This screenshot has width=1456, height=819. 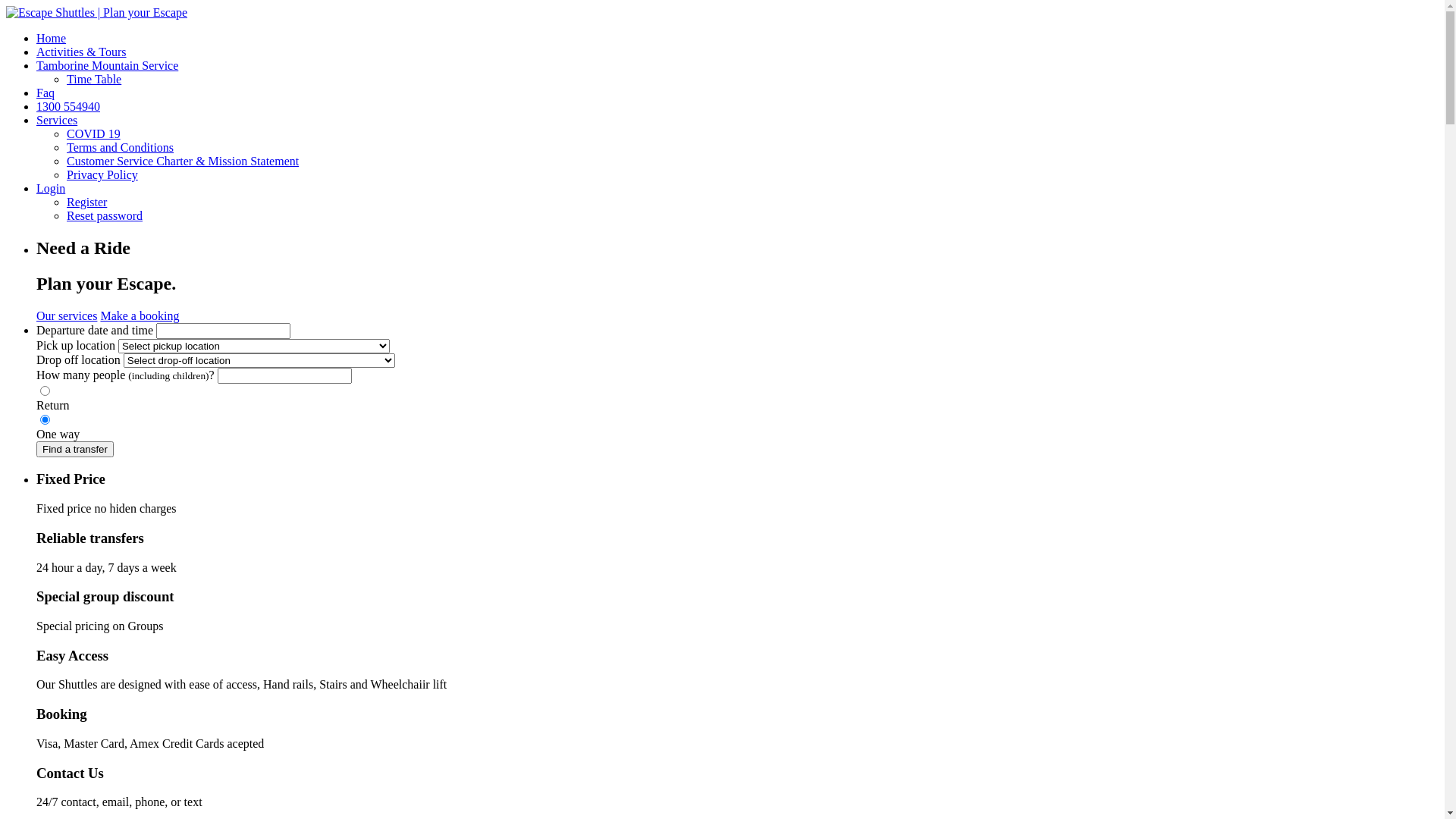 I want to click on 'Home', so click(x=51, y=37).